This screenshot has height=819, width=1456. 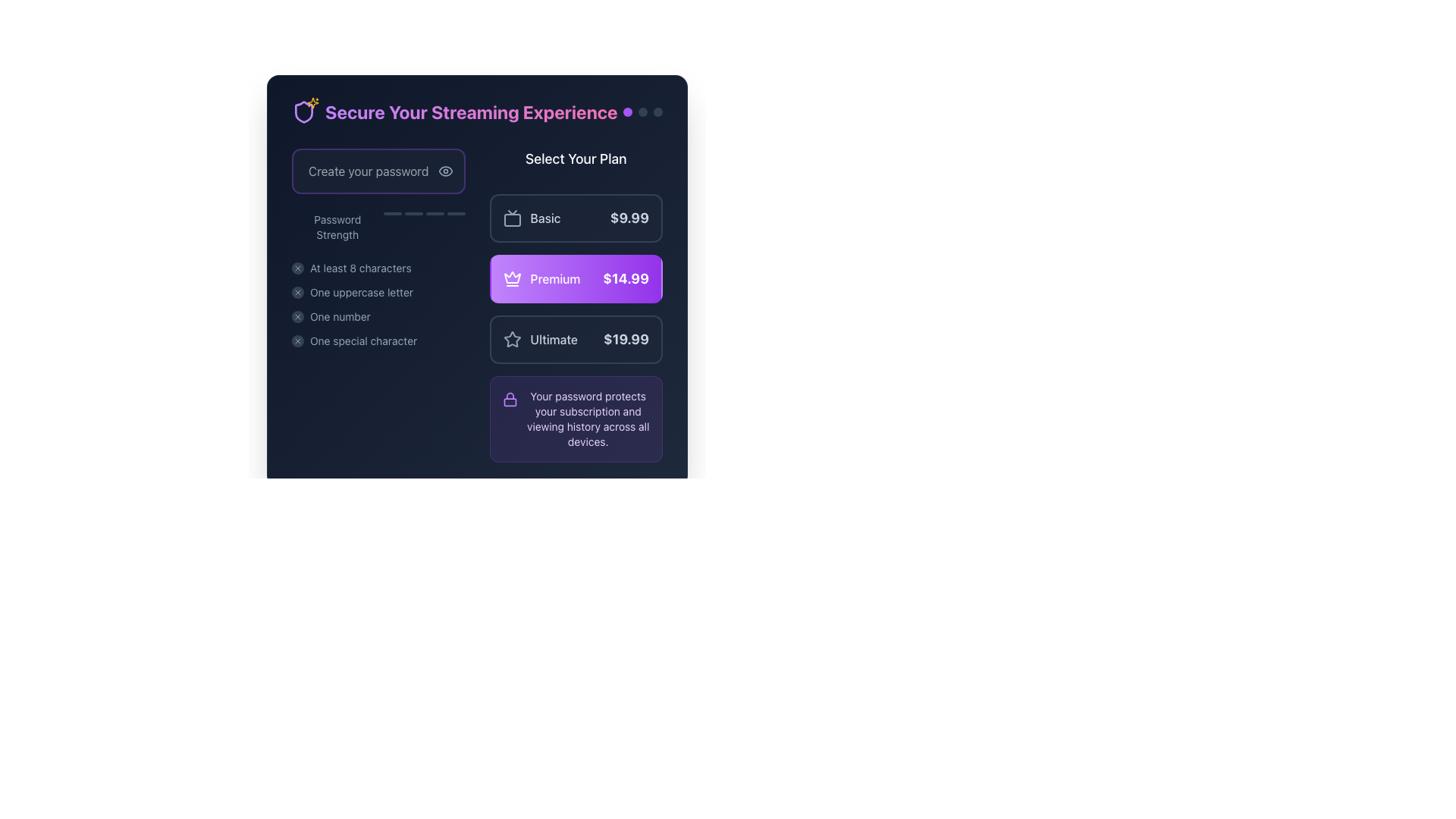 What do you see at coordinates (575, 338) in the screenshot?
I see `the button` at bounding box center [575, 338].